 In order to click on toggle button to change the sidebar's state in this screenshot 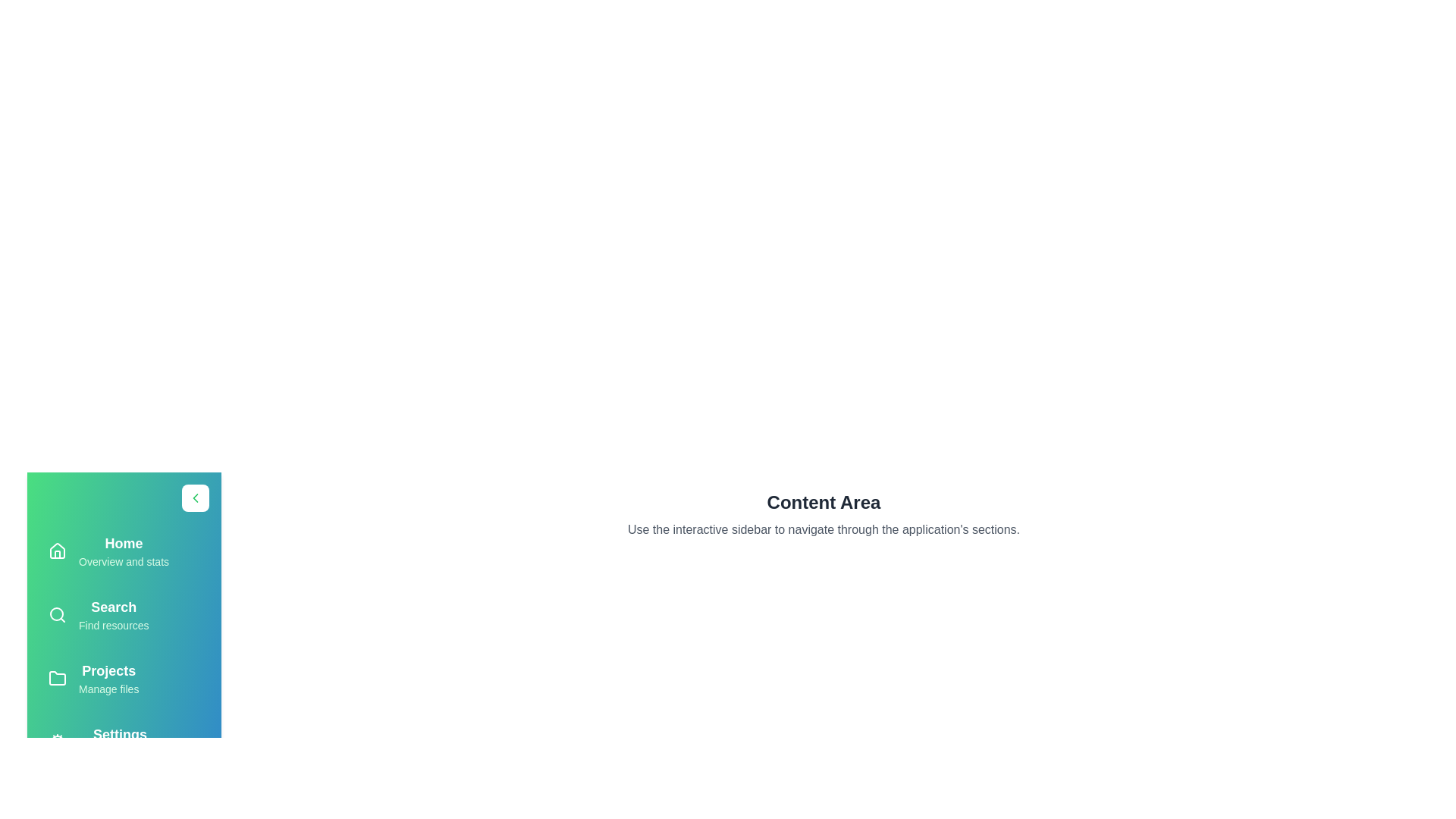, I will do `click(195, 497)`.